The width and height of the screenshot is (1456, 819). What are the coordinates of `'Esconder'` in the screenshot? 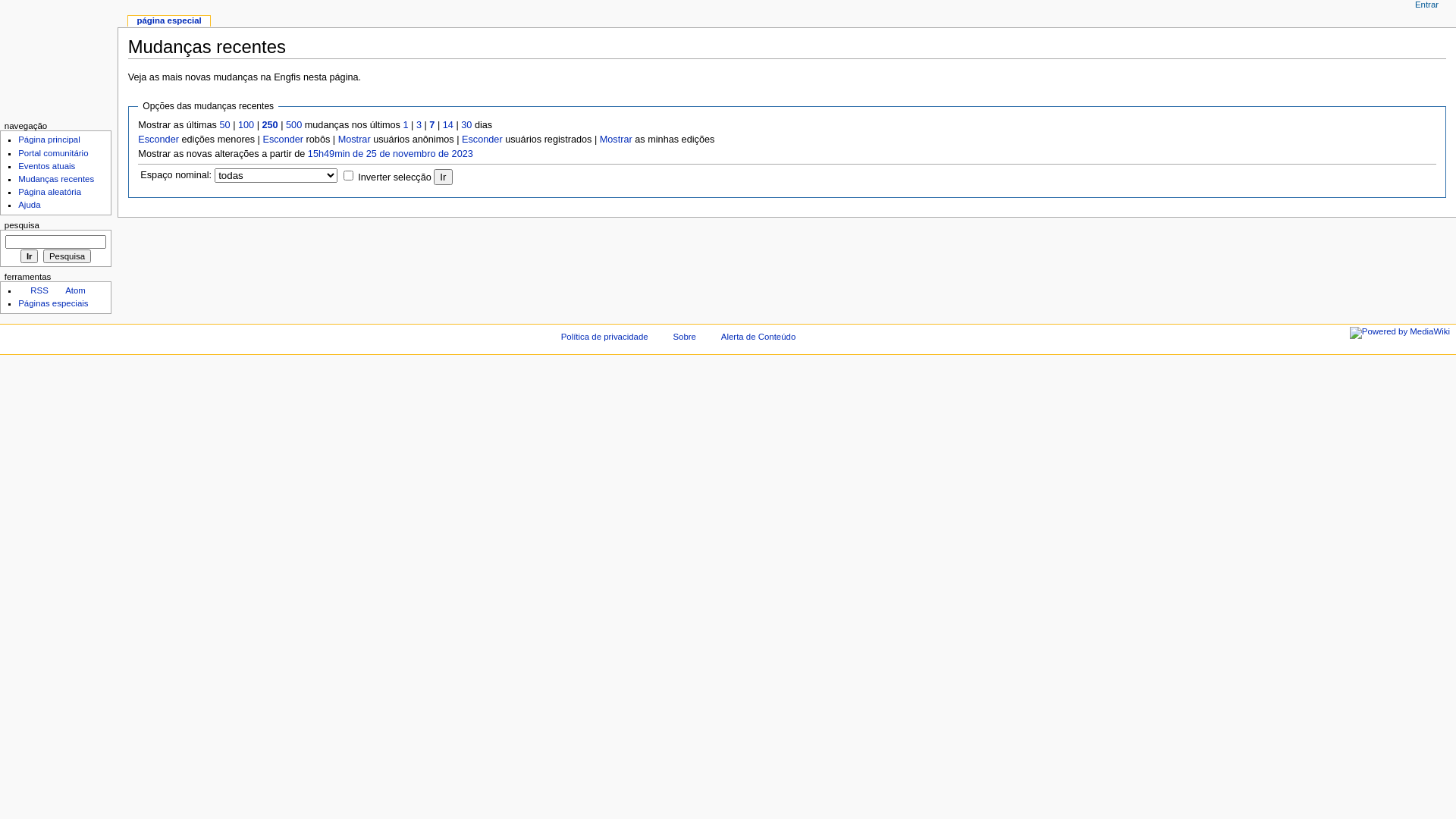 It's located at (283, 140).